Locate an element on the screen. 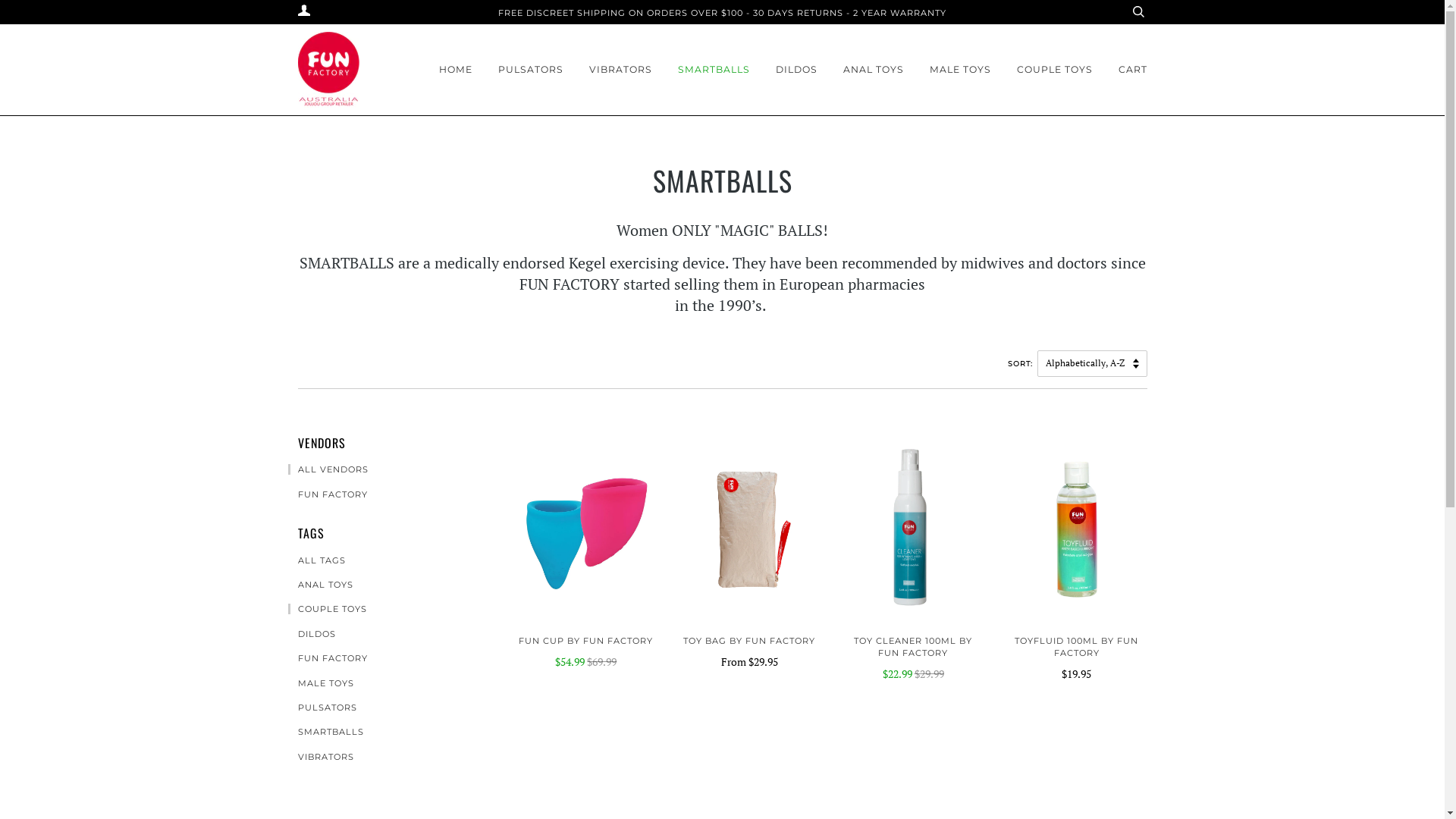 Image resolution: width=1456 pixels, height=819 pixels. 'SMARTBALLS' is located at coordinates (325, 730).